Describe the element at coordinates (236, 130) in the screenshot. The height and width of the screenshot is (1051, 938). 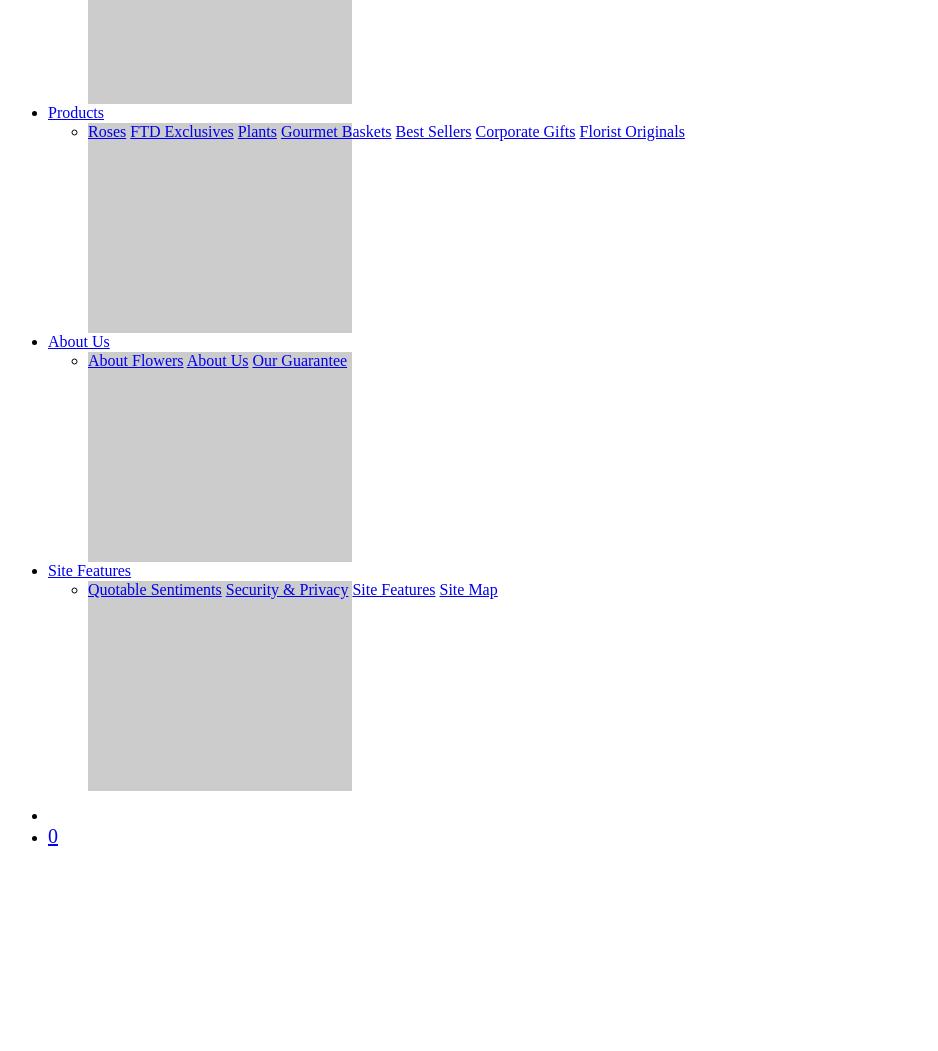
I see `'Plants'` at that location.